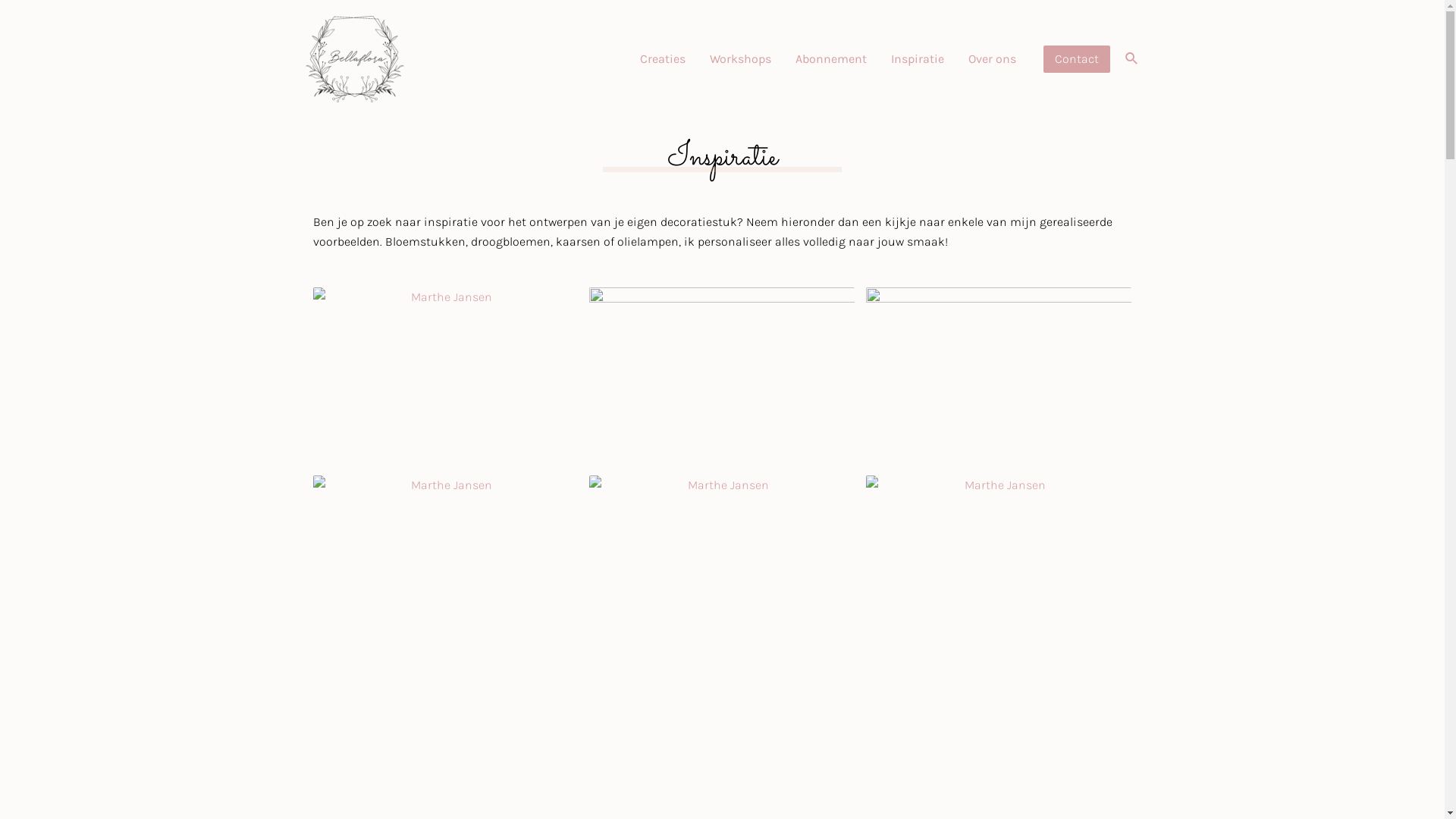 This screenshot has width=1456, height=819. I want to click on 'Inspiratie', so click(916, 58).